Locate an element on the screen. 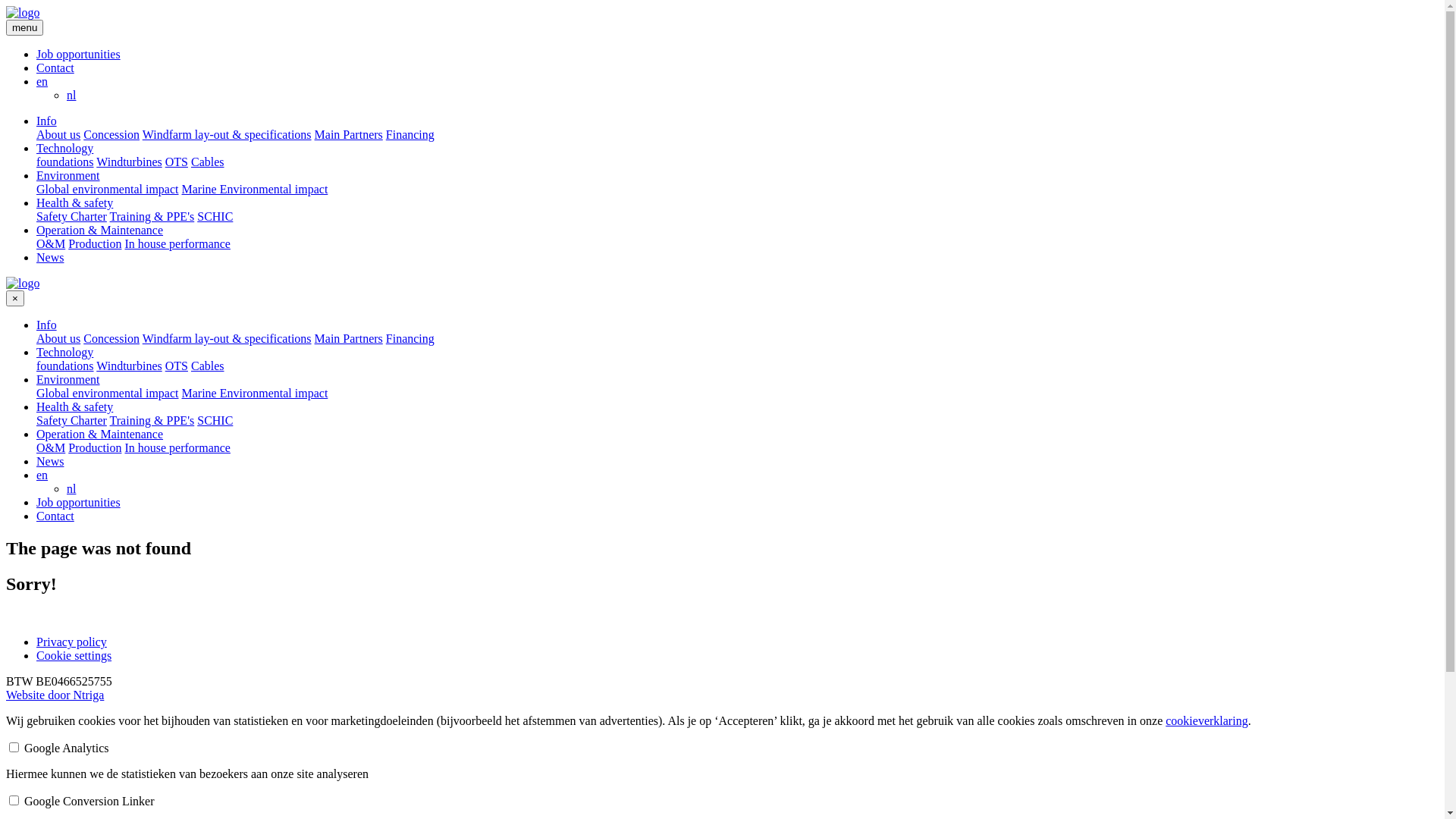  'Contact' is located at coordinates (55, 515).